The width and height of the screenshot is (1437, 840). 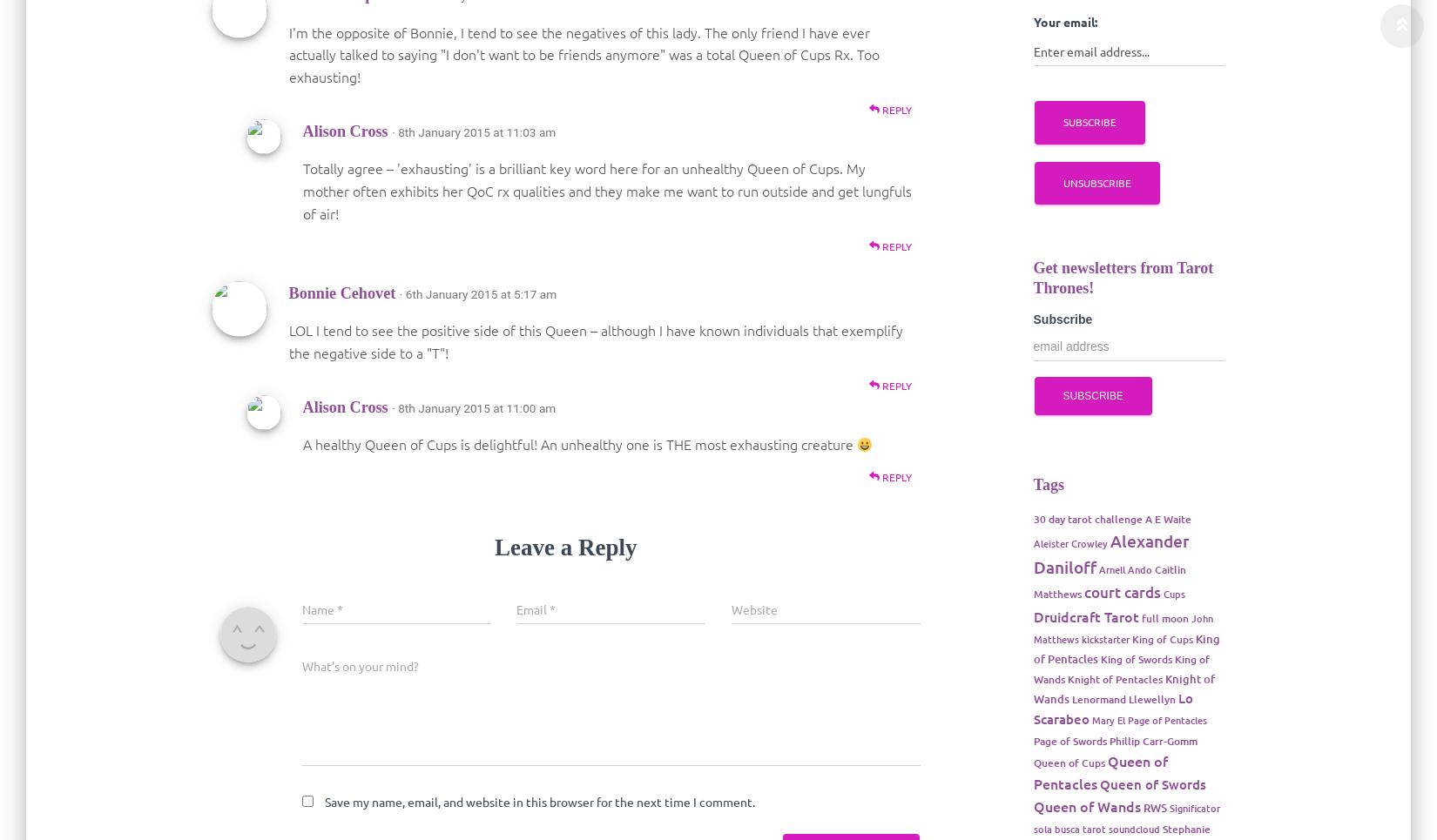 I want to click on '· 8th January 2015 at 11:03 am', so click(x=390, y=131).